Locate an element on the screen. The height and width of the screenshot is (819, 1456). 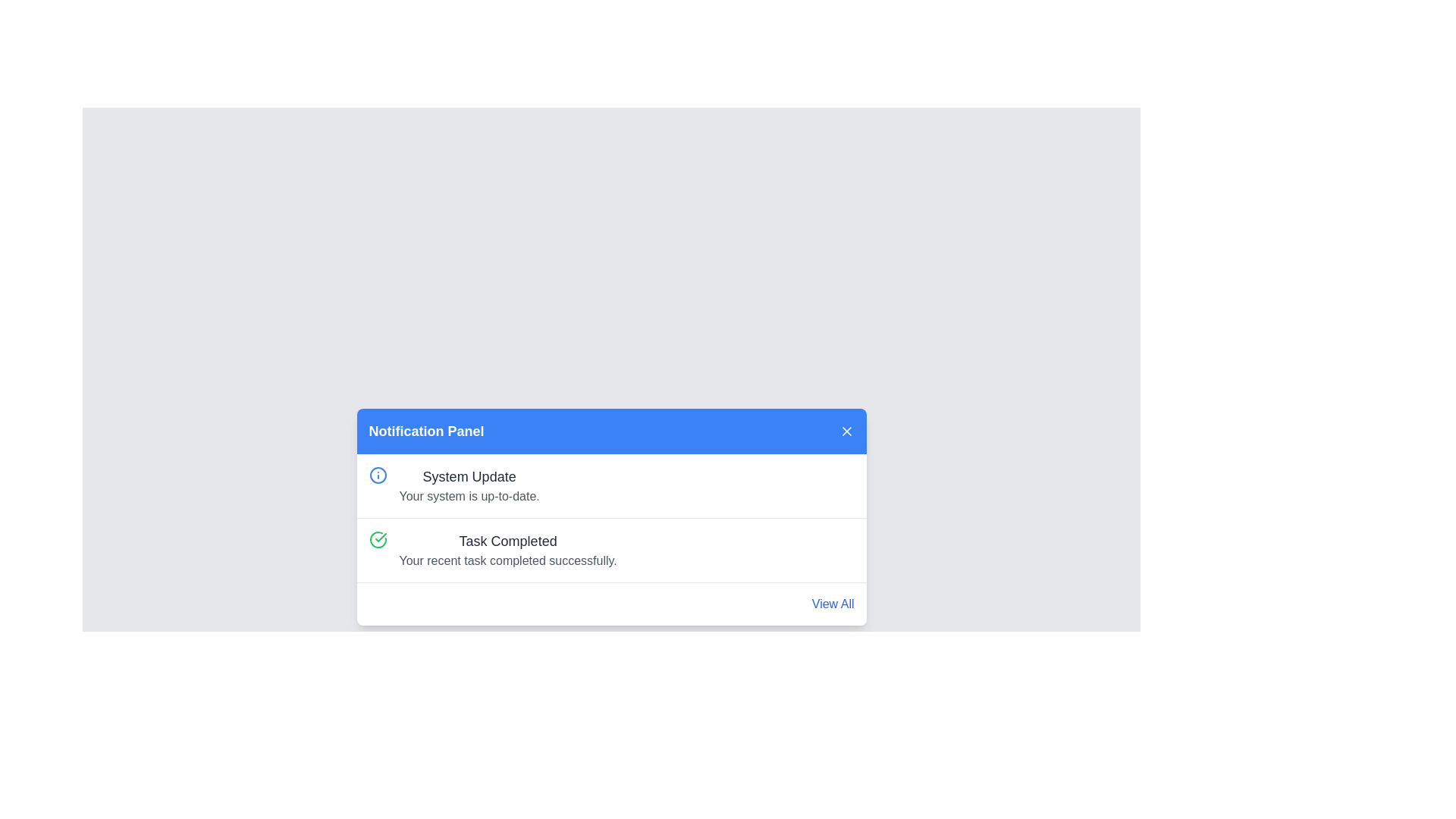
the static Text Label that identifies the purpose of the notification panel, located at the top-left of the blue header bar is located at coordinates (425, 431).